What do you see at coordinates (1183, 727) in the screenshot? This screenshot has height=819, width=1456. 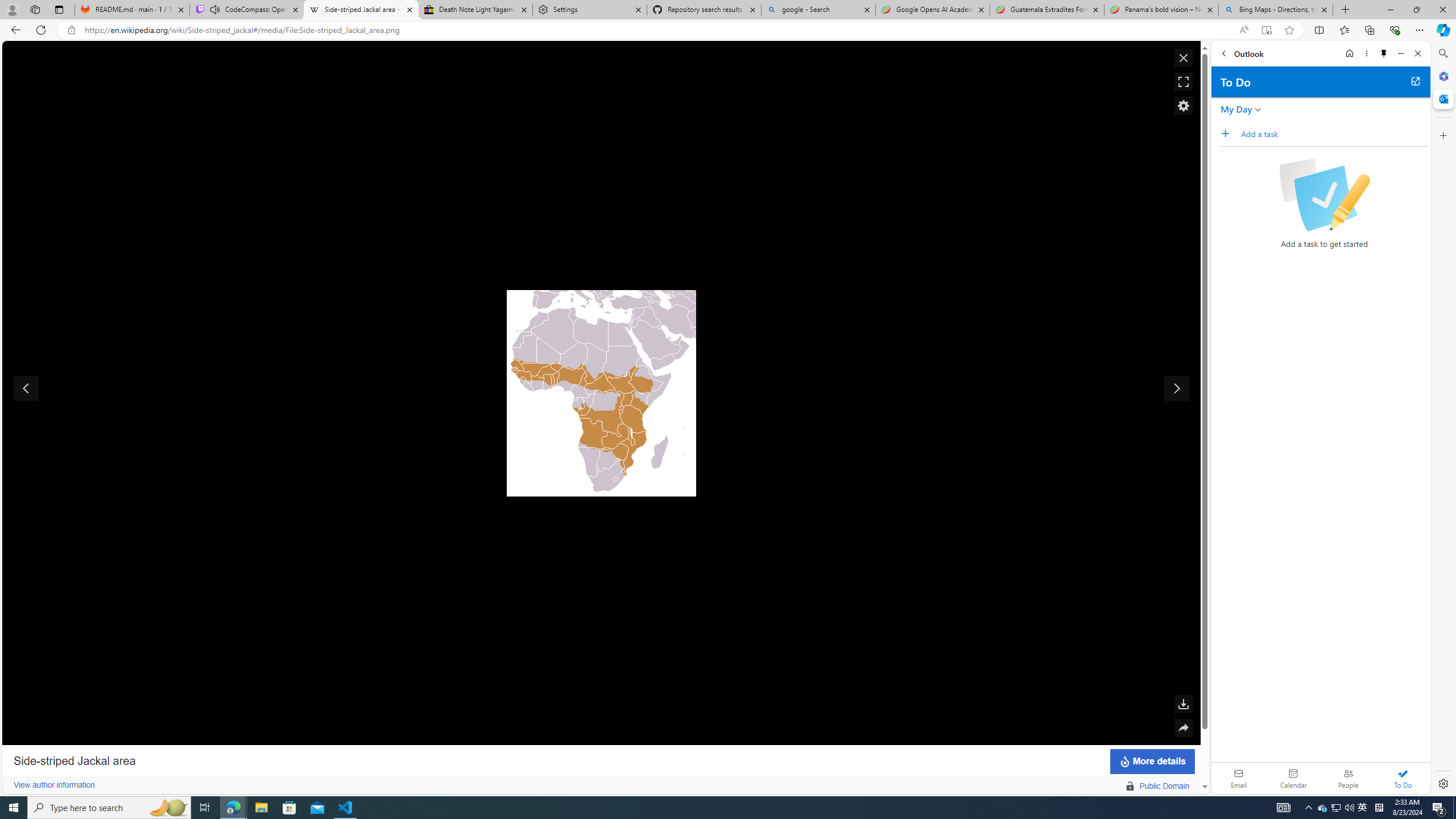 I see `'Share or embed this file'` at bounding box center [1183, 727].